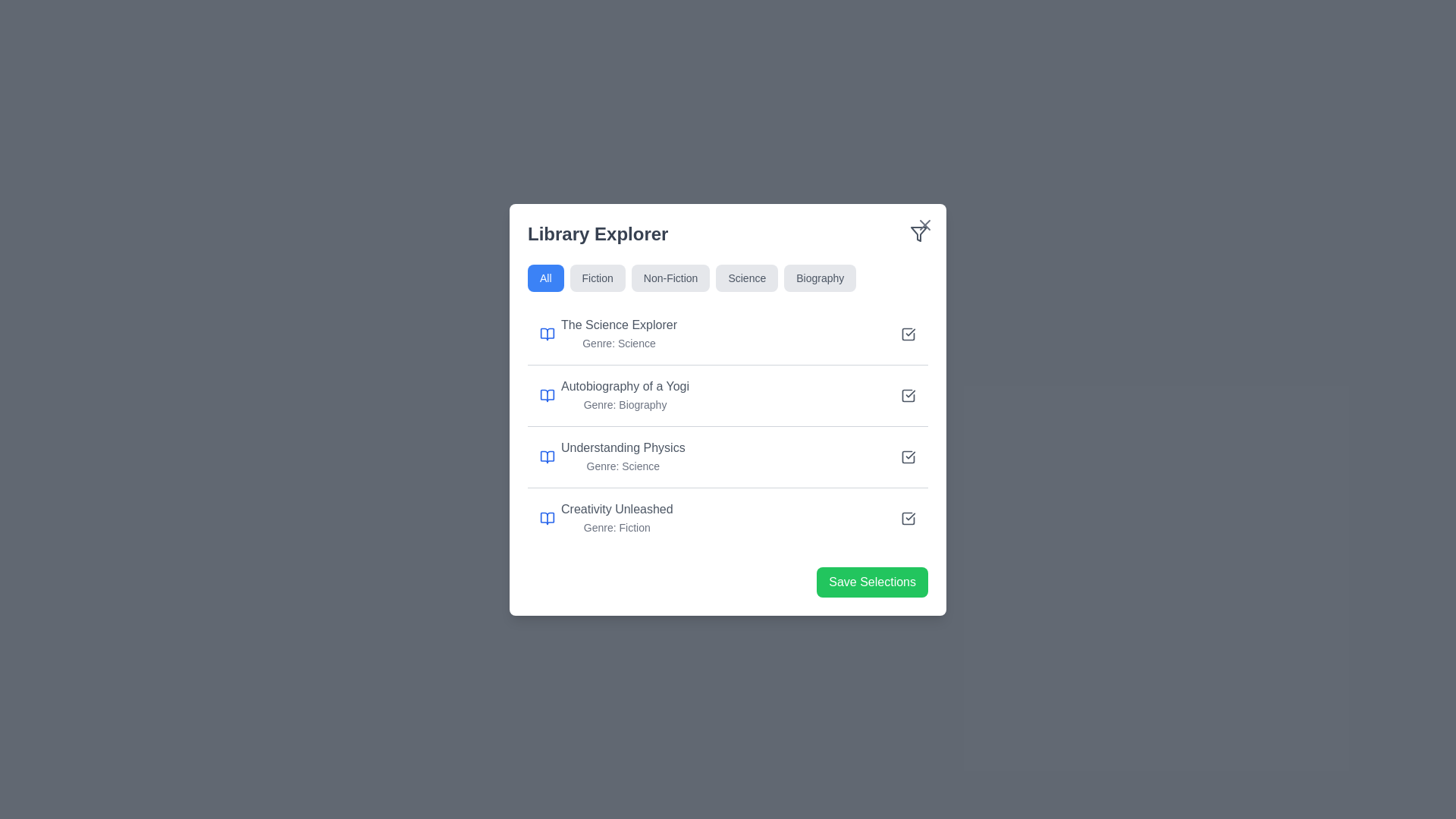 The image size is (1456, 819). Describe the element at coordinates (908, 456) in the screenshot. I see `the checkbox located to the far right of the third list item titled 'Understanding Physics' in the 'Library Explorer' interface` at that location.